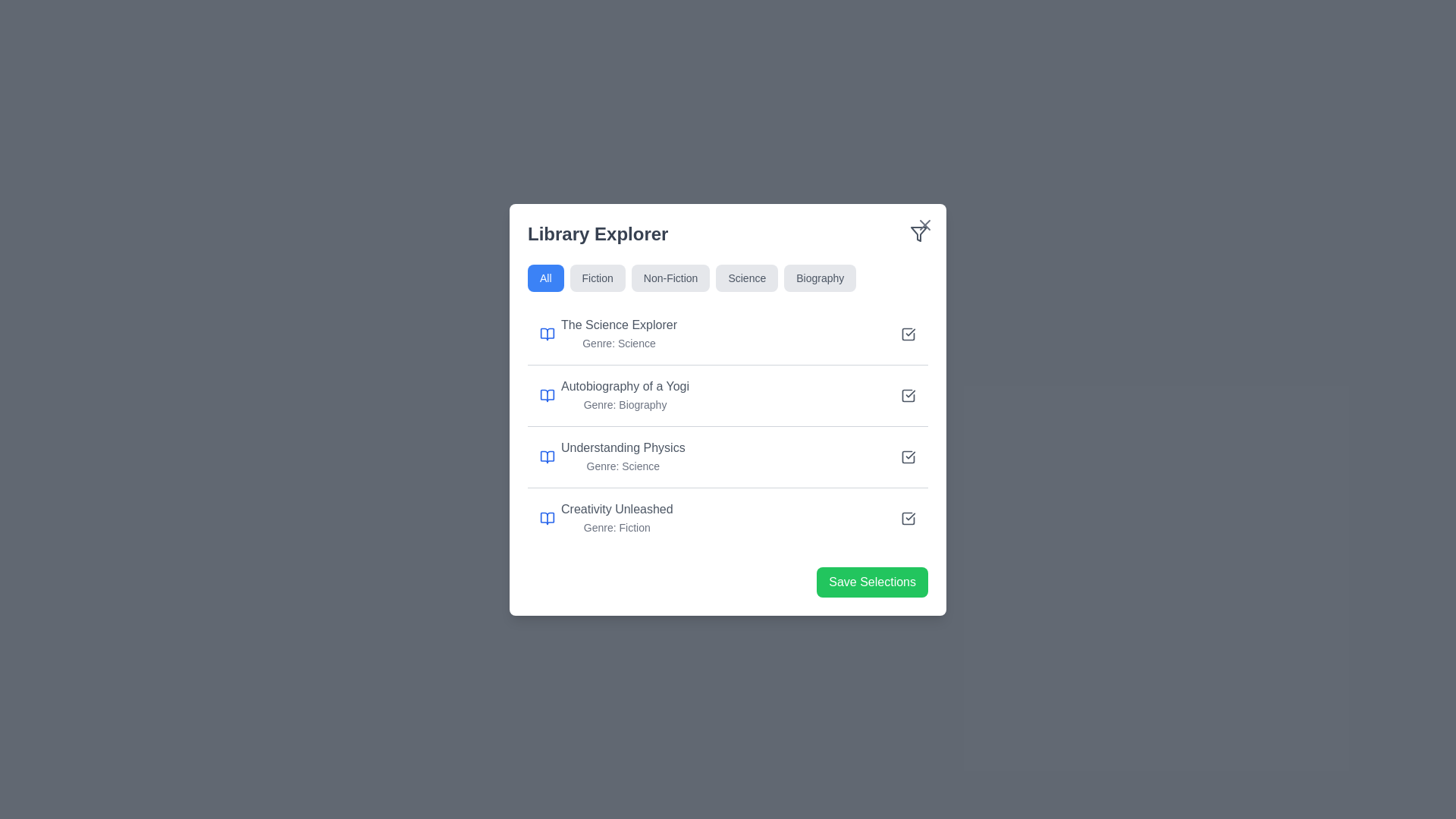 The image size is (1456, 819). Describe the element at coordinates (908, 456) in the screenshot. I see `the checkbox located to the far right of the third list item titled 'Understanding Physics' in the 'Library Explorer' interface` at that location.